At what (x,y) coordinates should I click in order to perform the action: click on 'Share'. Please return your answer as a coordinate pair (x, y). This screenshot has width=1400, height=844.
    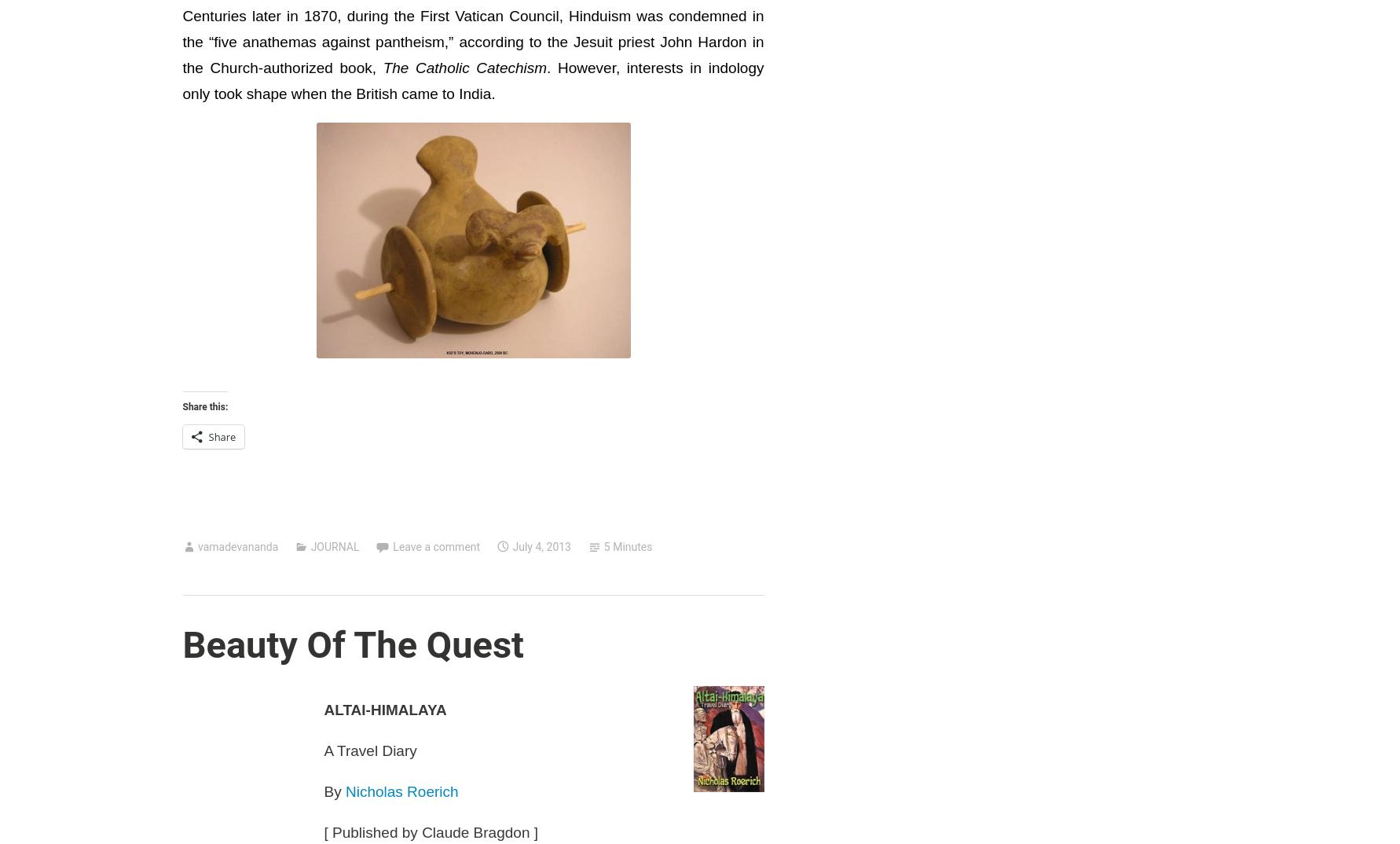
    Looking at the image, I should click on (207, 435).